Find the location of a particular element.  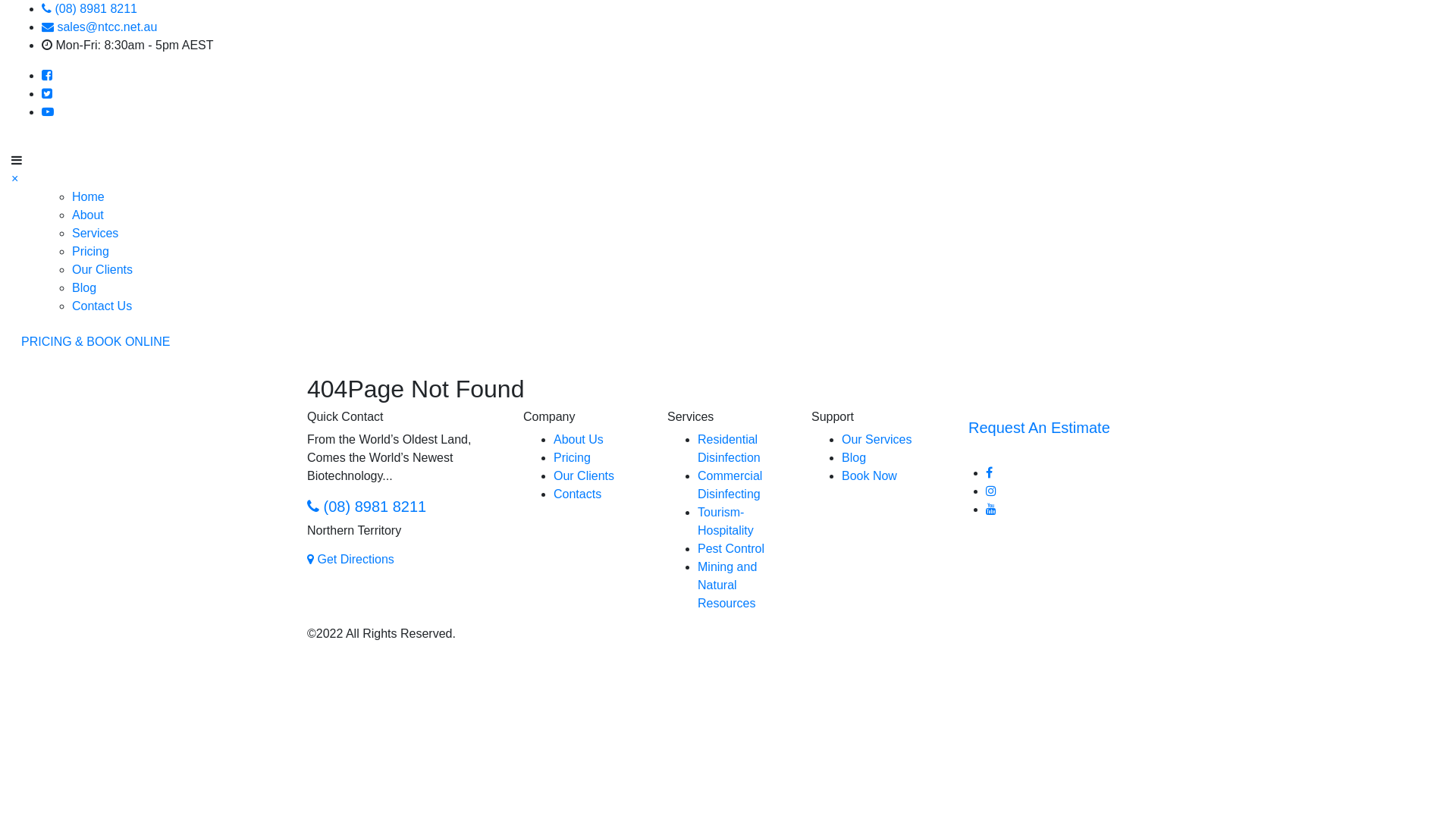

'About Us' is located at coordinates (578, 439).